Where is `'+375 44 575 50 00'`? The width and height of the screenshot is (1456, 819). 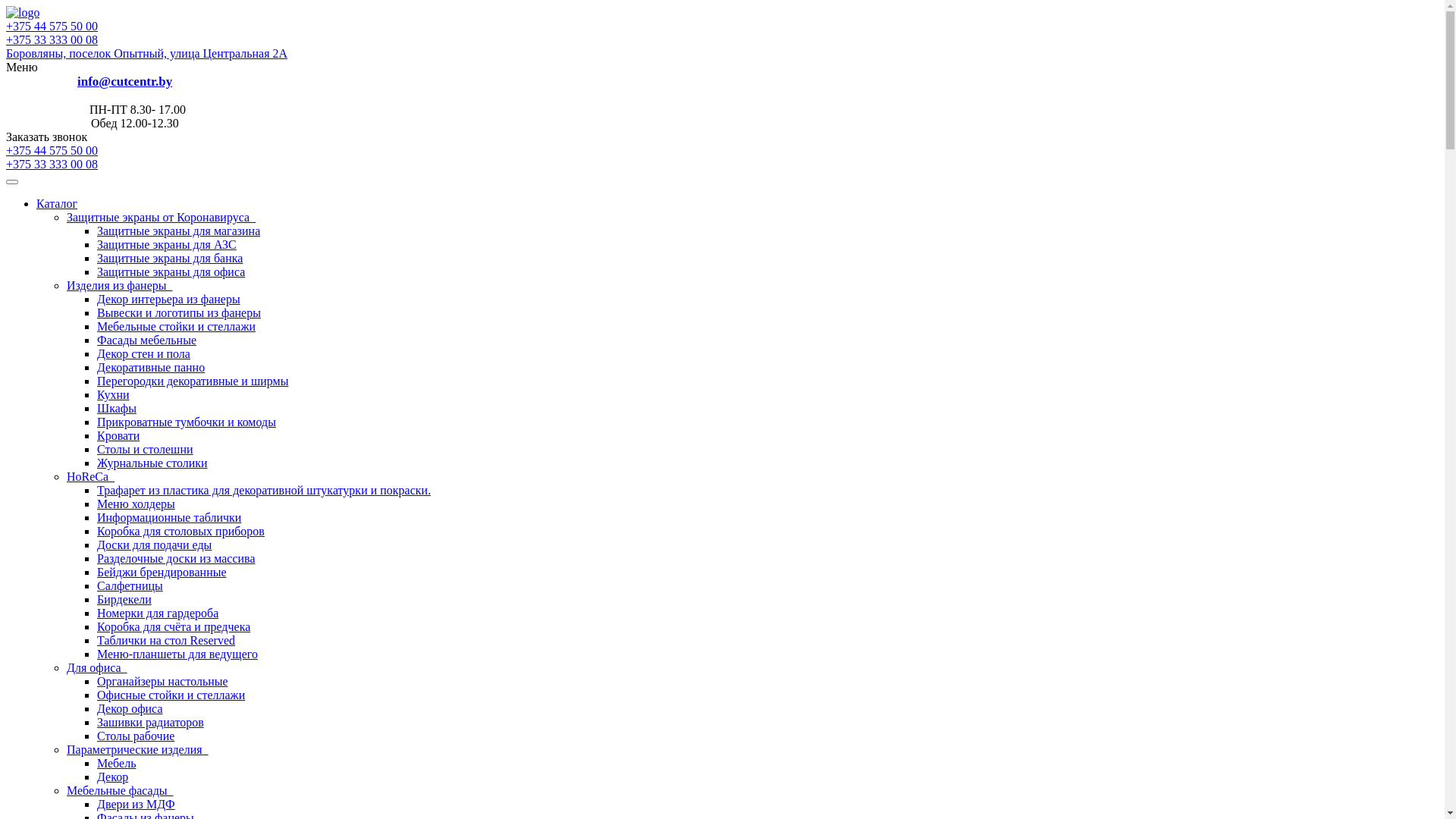 '+375 44 575 50 00' is located at coordinates (6, 26).